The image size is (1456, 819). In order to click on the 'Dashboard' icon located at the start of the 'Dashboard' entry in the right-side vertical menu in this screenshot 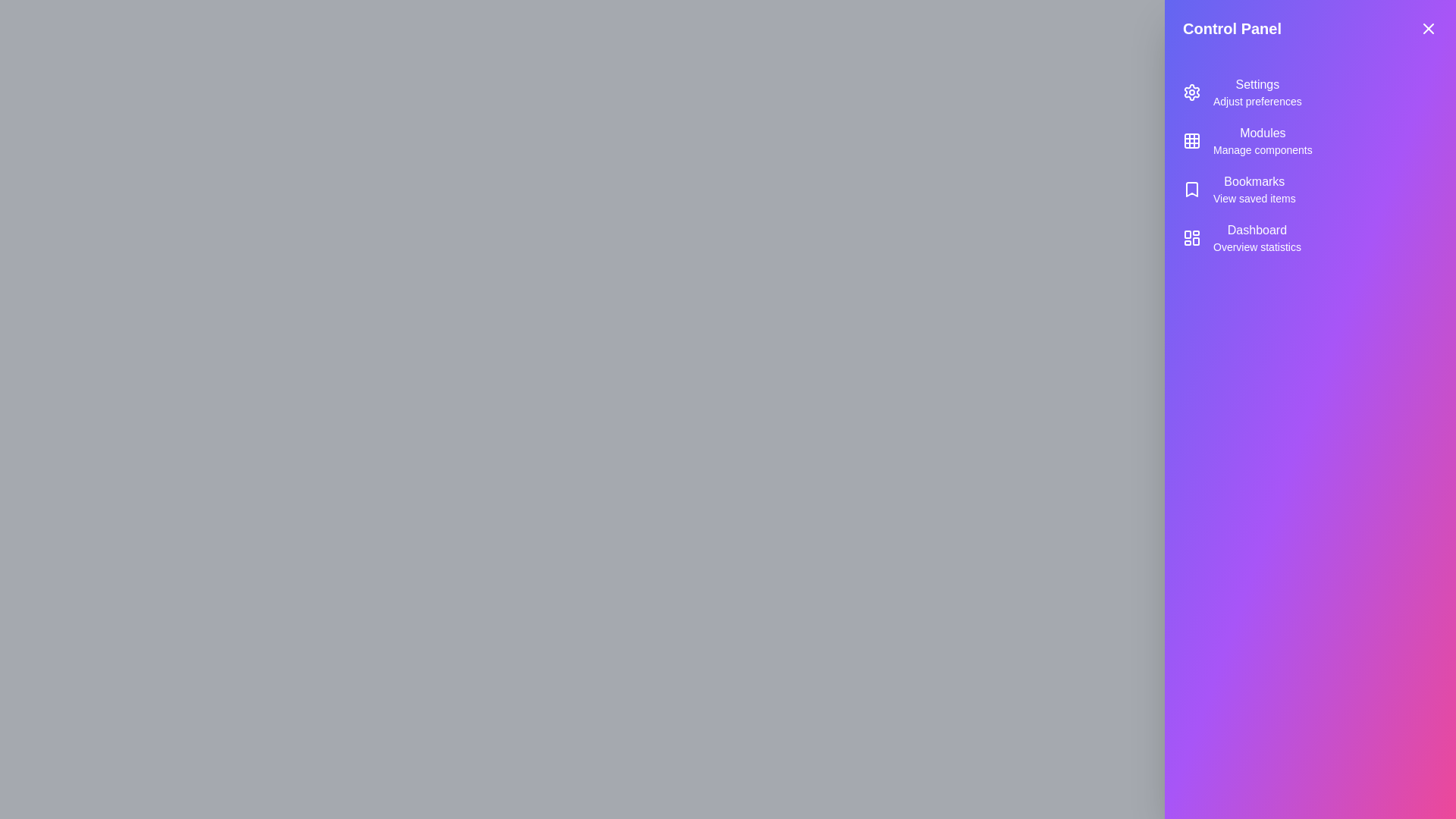, I will do `click(1191, 237)`.